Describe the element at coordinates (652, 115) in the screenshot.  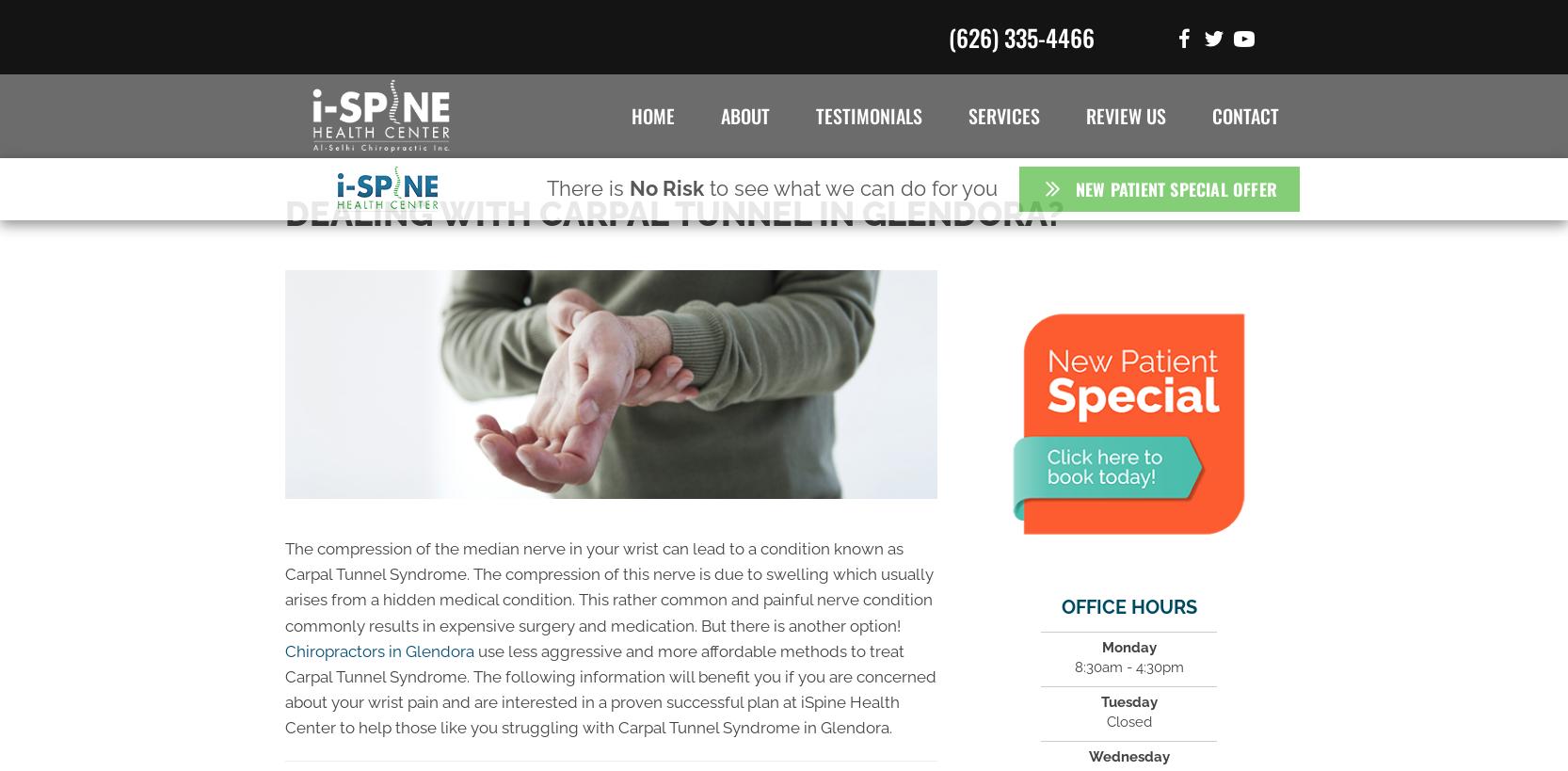
I see `'Home'` at that location.